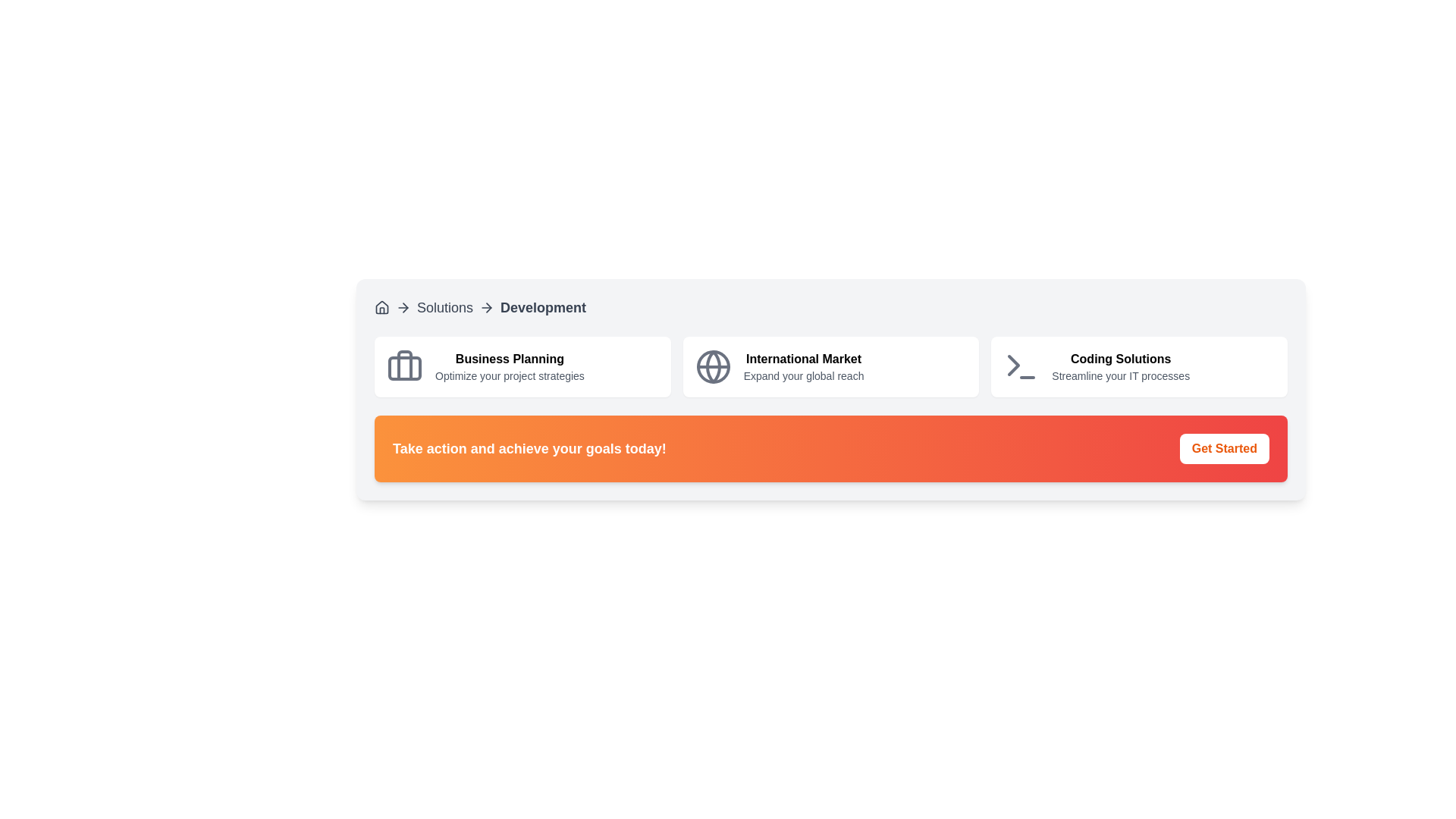 The image size is (1456, 819). What do you see at coordinates (403, 307) in the screenshot?
I see `the right-arrow icon that serves as a navigation indicator for the next level in the breadcrumb trail, located to the right of the house-shaped icon and preceding the text 'Solutions'` at bounding box center [403, 307].